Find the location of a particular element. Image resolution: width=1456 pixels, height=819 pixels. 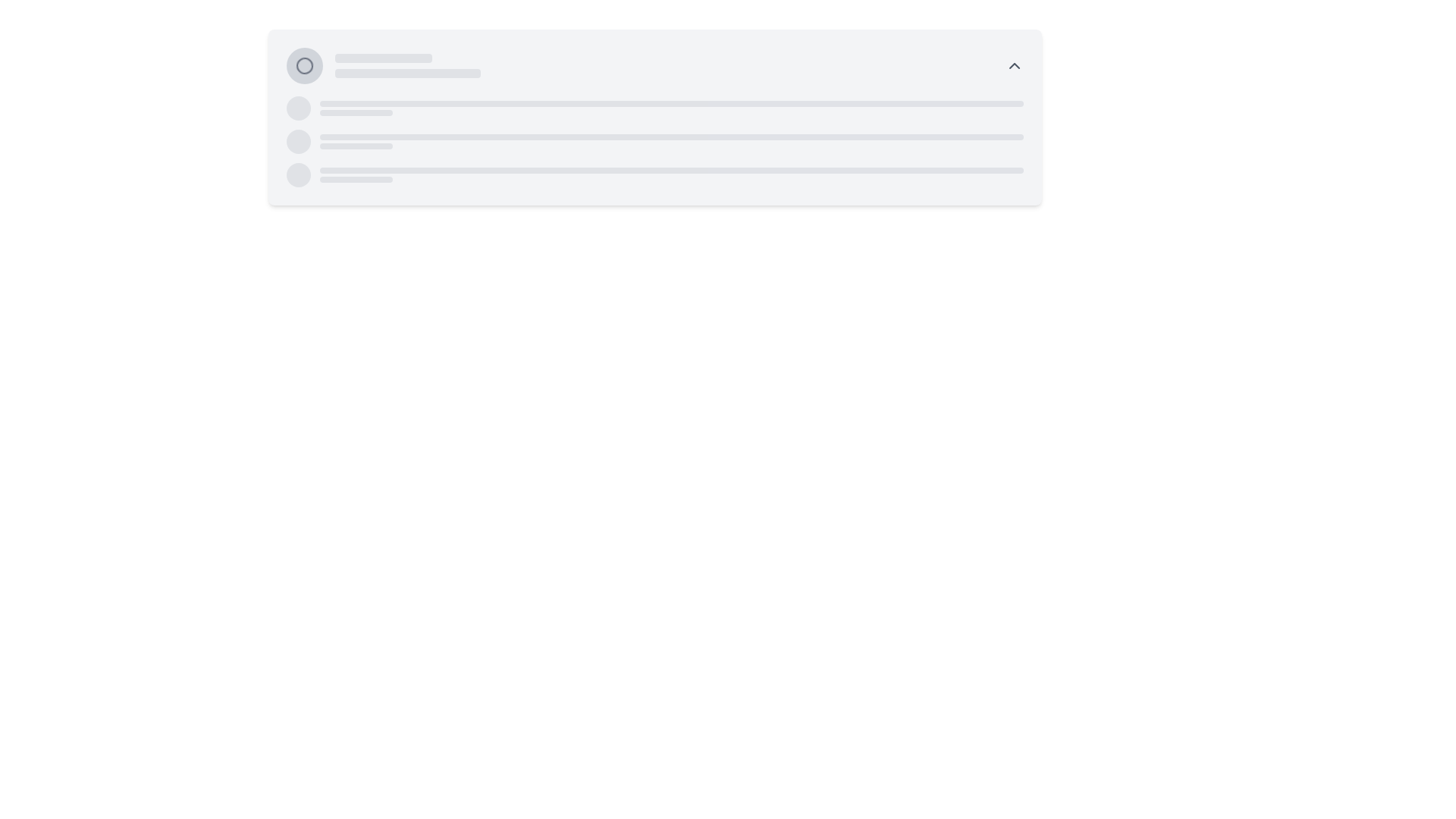

the Loader or Placeholder Bar, which is a horizontal bar with a rounded appearance, styled in light gray, located beneath a similar but longer bar in the middle section of the interface is located at coordinates (356, 178).